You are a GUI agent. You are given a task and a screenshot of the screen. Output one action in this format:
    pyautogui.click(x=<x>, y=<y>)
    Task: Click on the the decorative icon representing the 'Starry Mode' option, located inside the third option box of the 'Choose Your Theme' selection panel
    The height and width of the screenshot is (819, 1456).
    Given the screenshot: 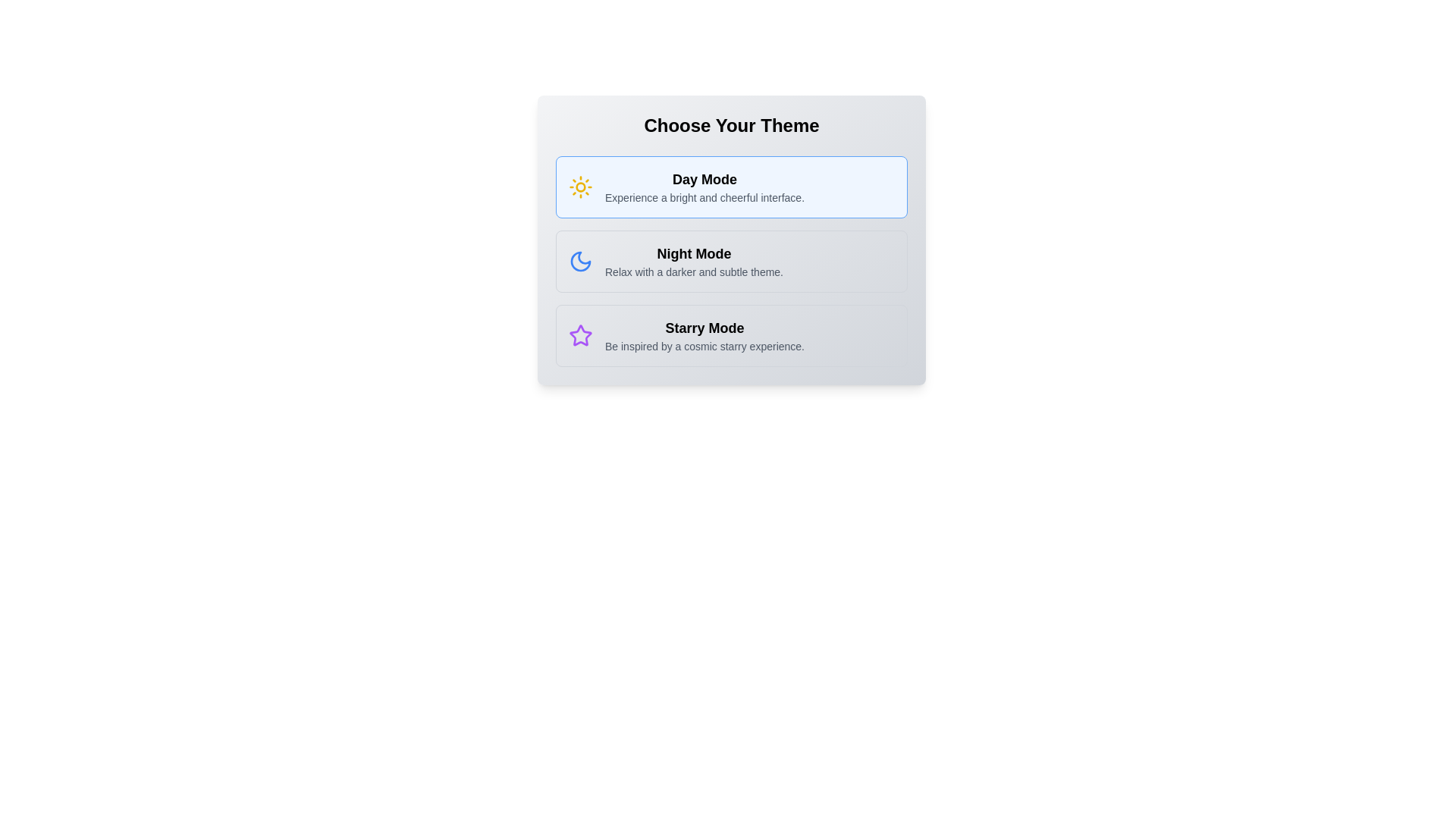 What is the action you would take?
    pyautogui.click(x=580, y=334)
    